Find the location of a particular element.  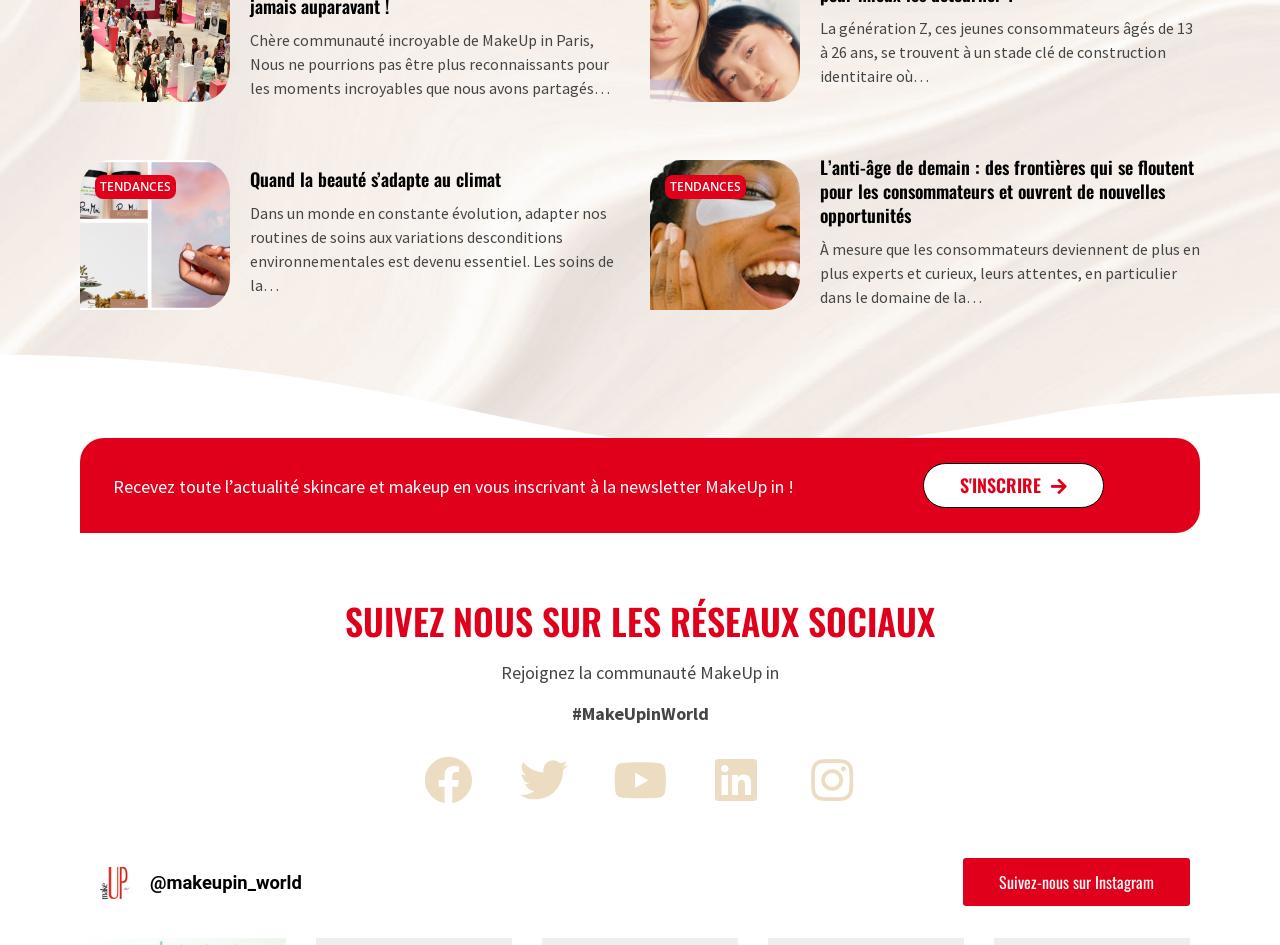

'Dans un monde en constante évolution, adapter nos routines de soins aux variations desconditions environnementales est devenu essentiel. Les soins de la…' is located at coordinates (431, 246).